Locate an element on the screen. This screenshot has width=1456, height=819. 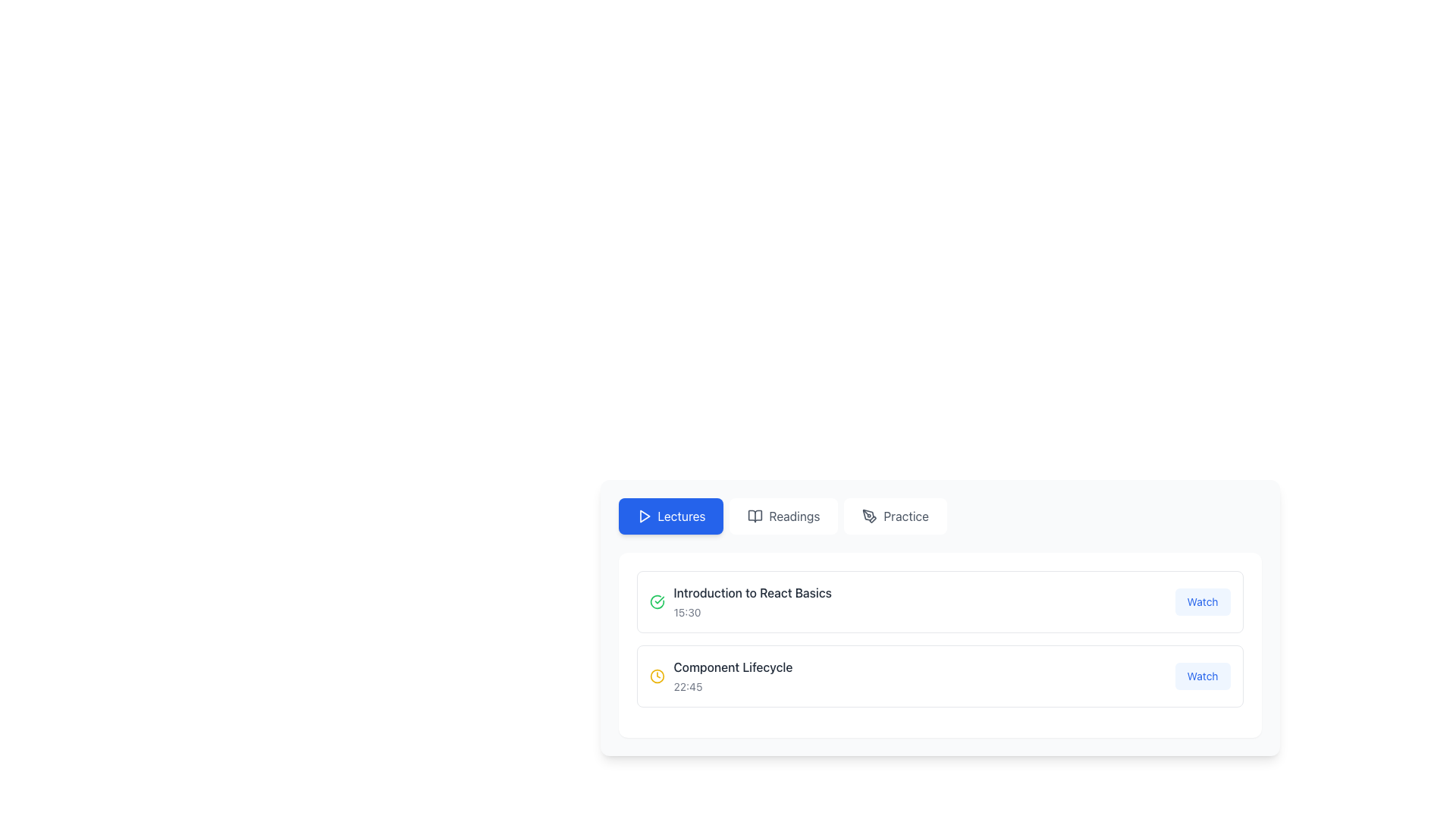
the details of the clock icon located in the second row under the 'Component Lifecycle' text, which represents the time or duration associated with this entry is located at coordinates (657, 675).